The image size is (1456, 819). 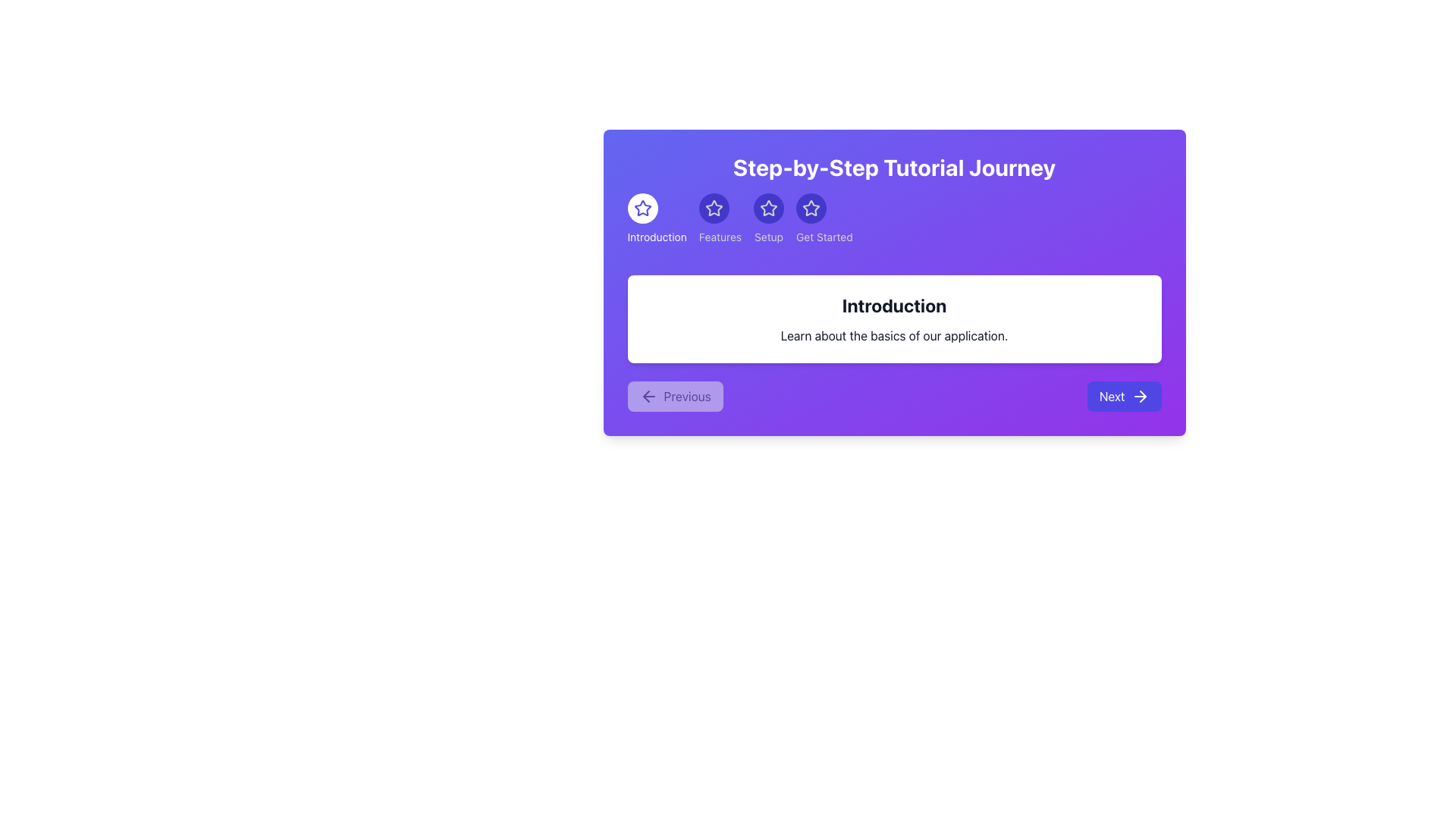 I want to click on the text element labeled 'Introduction', which is positioned below the star icon in the main content panel, so click(x=657, y=237).